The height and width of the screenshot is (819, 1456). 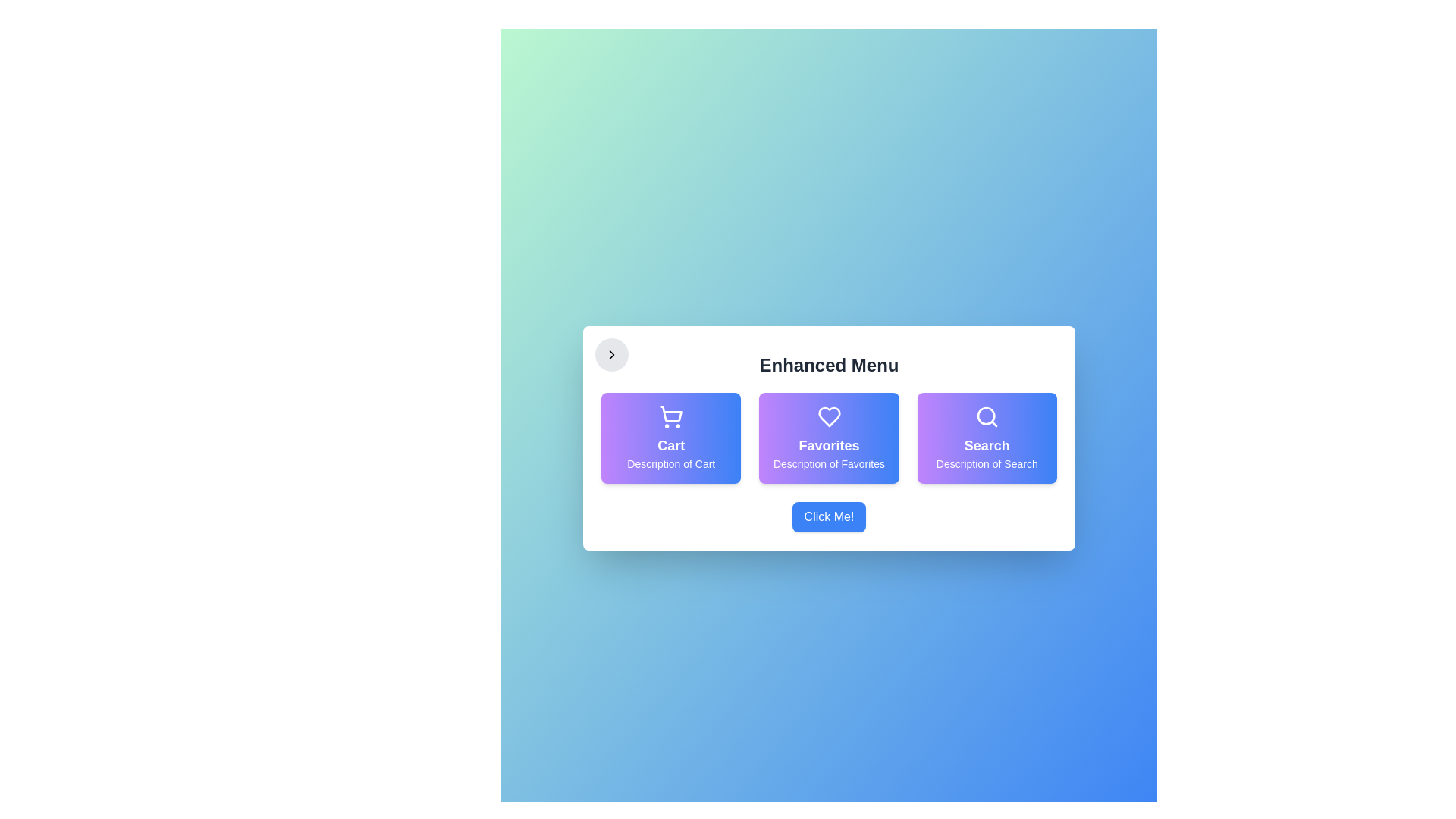 I want to click on left chevron button to toggle the menu visibility, so click(x=612, y=354).